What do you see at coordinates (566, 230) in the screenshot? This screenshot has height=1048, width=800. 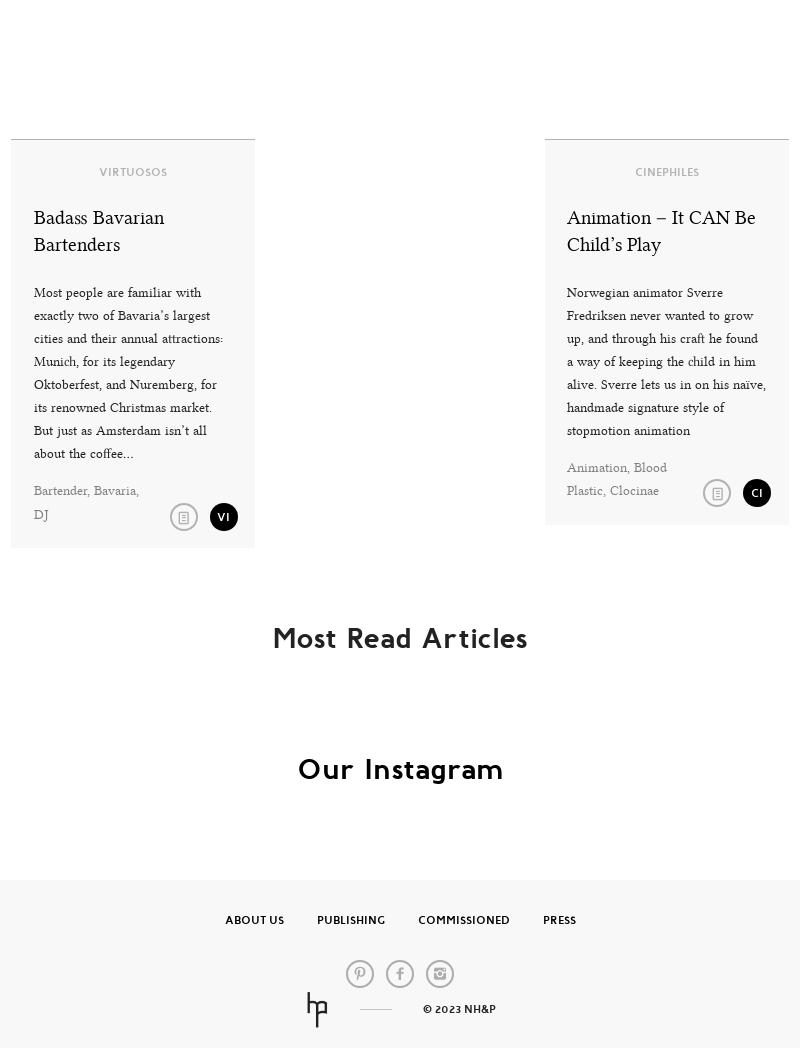 I see `'Animation – It CAN Be Child’s Play'` at bounding box center [566, 230].